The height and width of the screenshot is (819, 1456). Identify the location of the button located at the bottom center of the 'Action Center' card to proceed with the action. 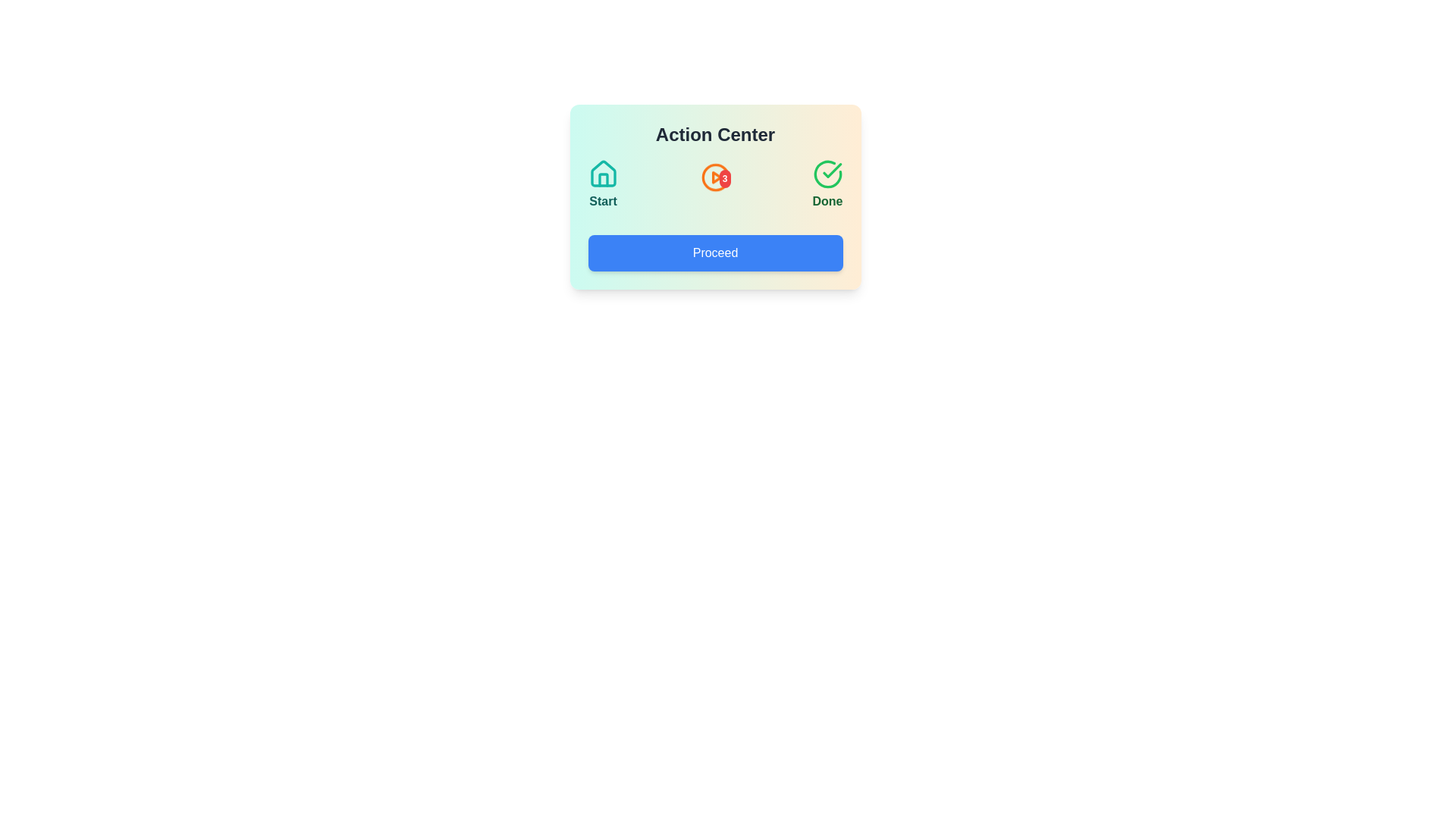
(714, 253).